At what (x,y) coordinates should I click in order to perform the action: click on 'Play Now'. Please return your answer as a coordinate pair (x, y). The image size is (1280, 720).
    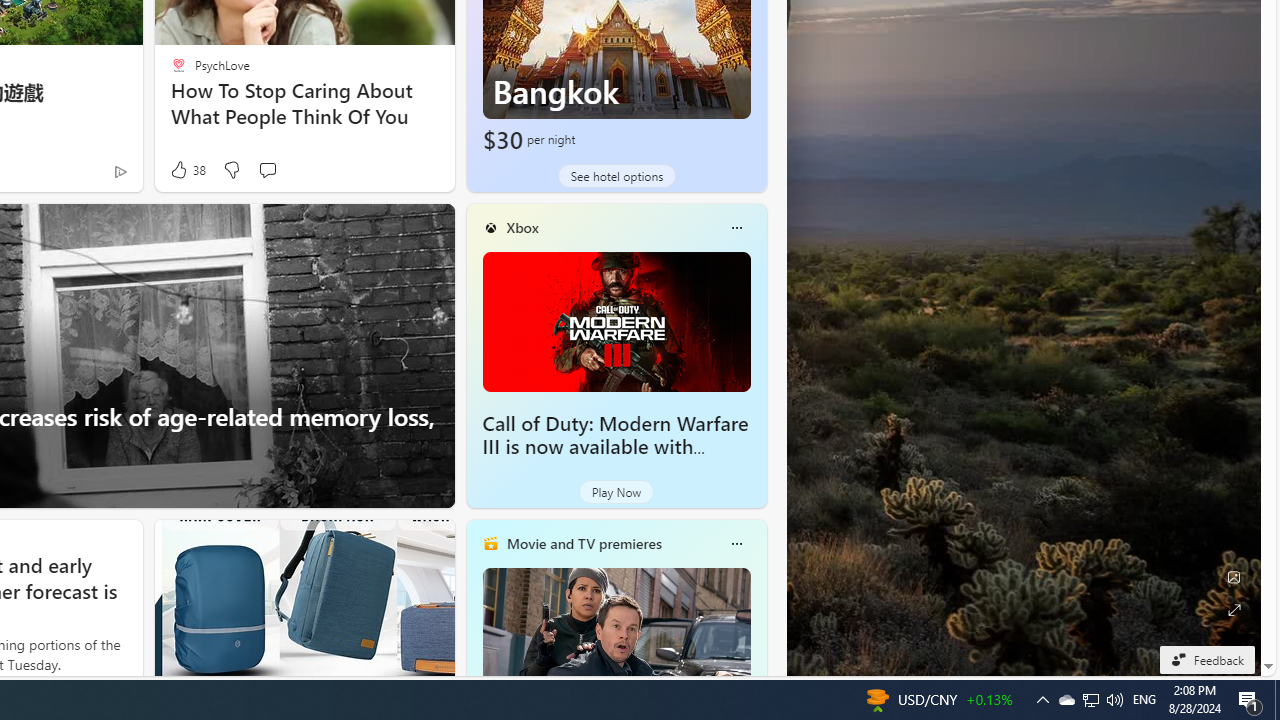
    Looking at the image, I should click on (615, 492).